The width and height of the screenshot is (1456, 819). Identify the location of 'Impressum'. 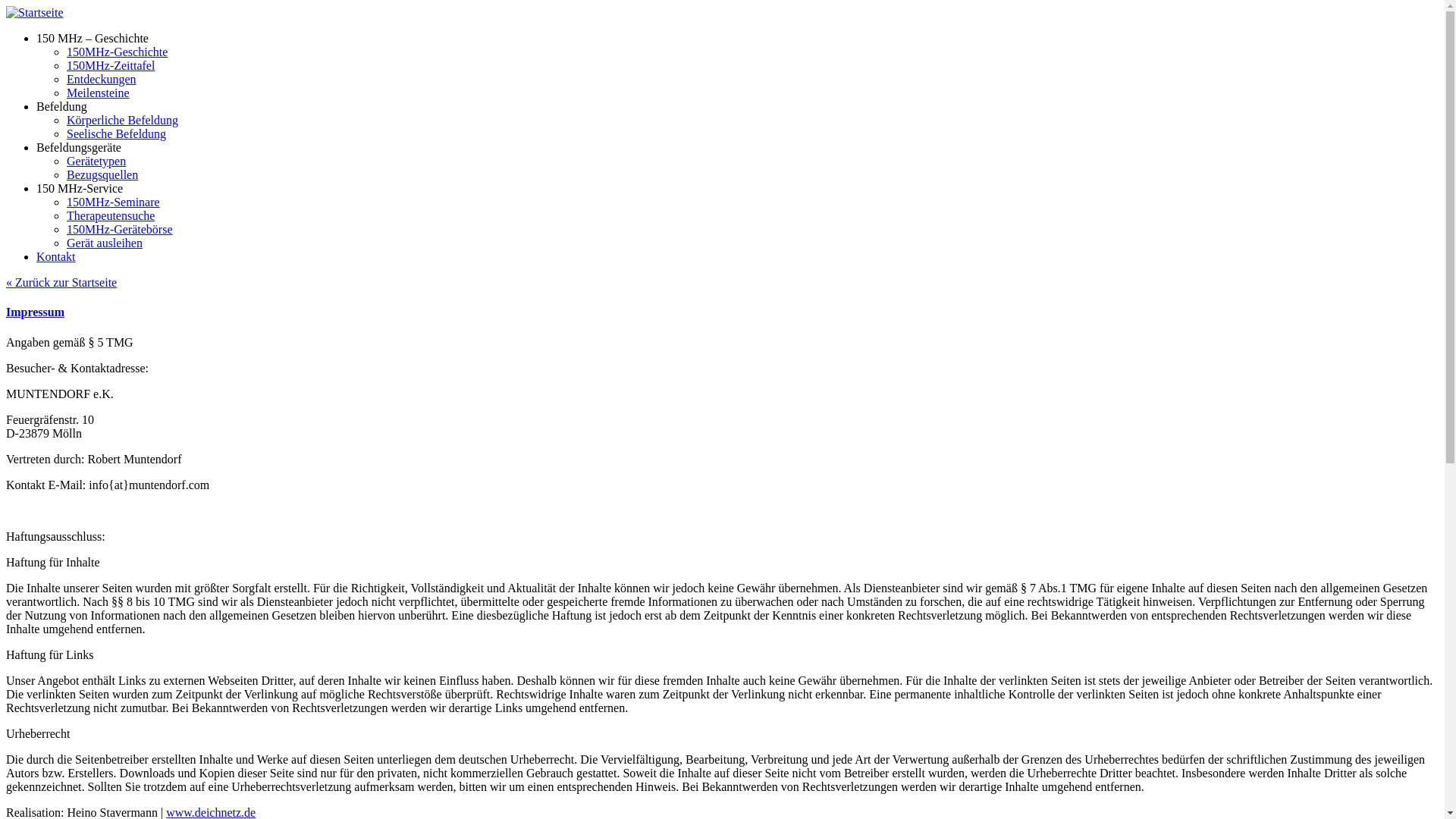
(35, 311).